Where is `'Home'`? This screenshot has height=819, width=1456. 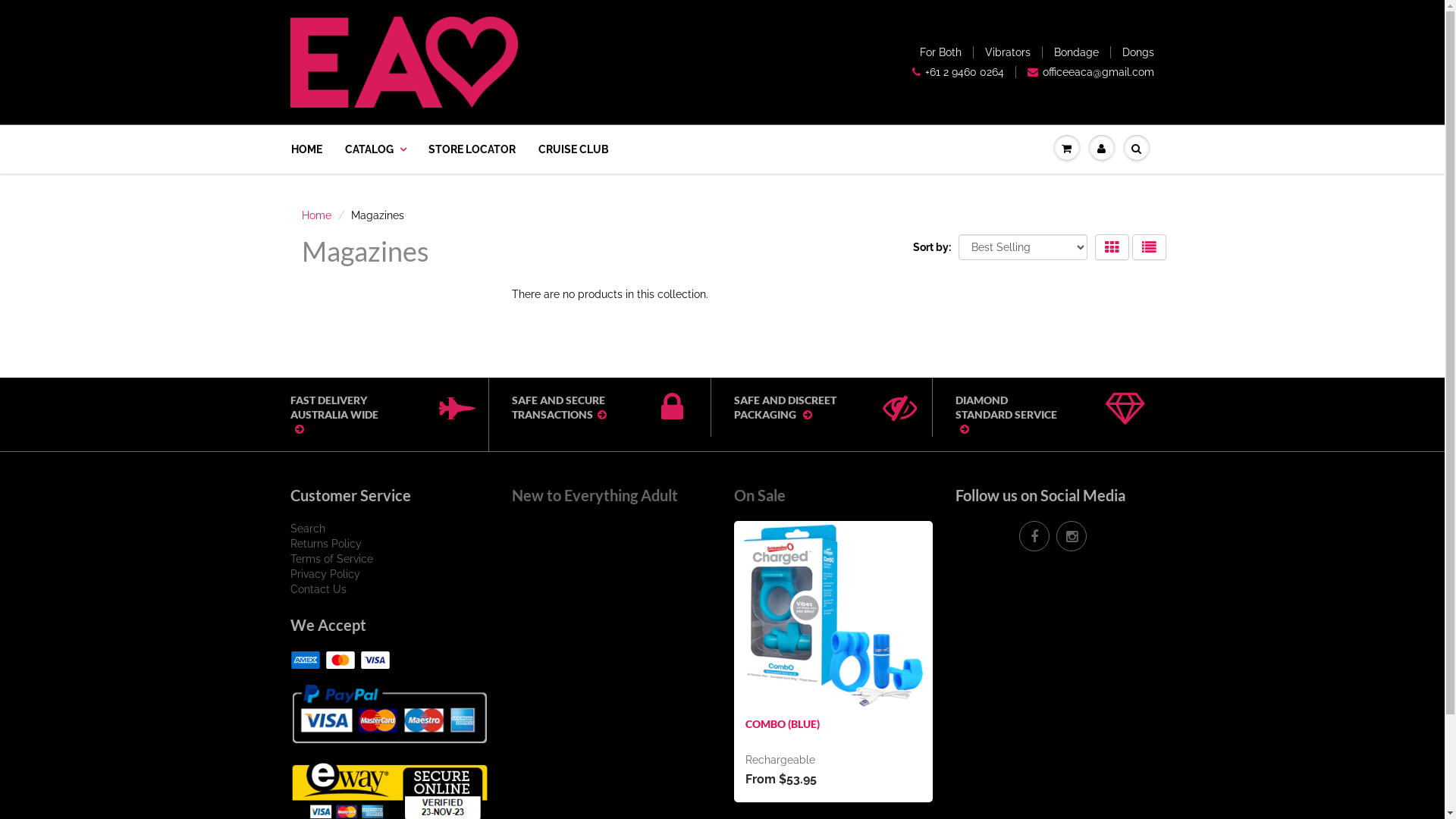 'Home' is located at coordinates (315, 215).